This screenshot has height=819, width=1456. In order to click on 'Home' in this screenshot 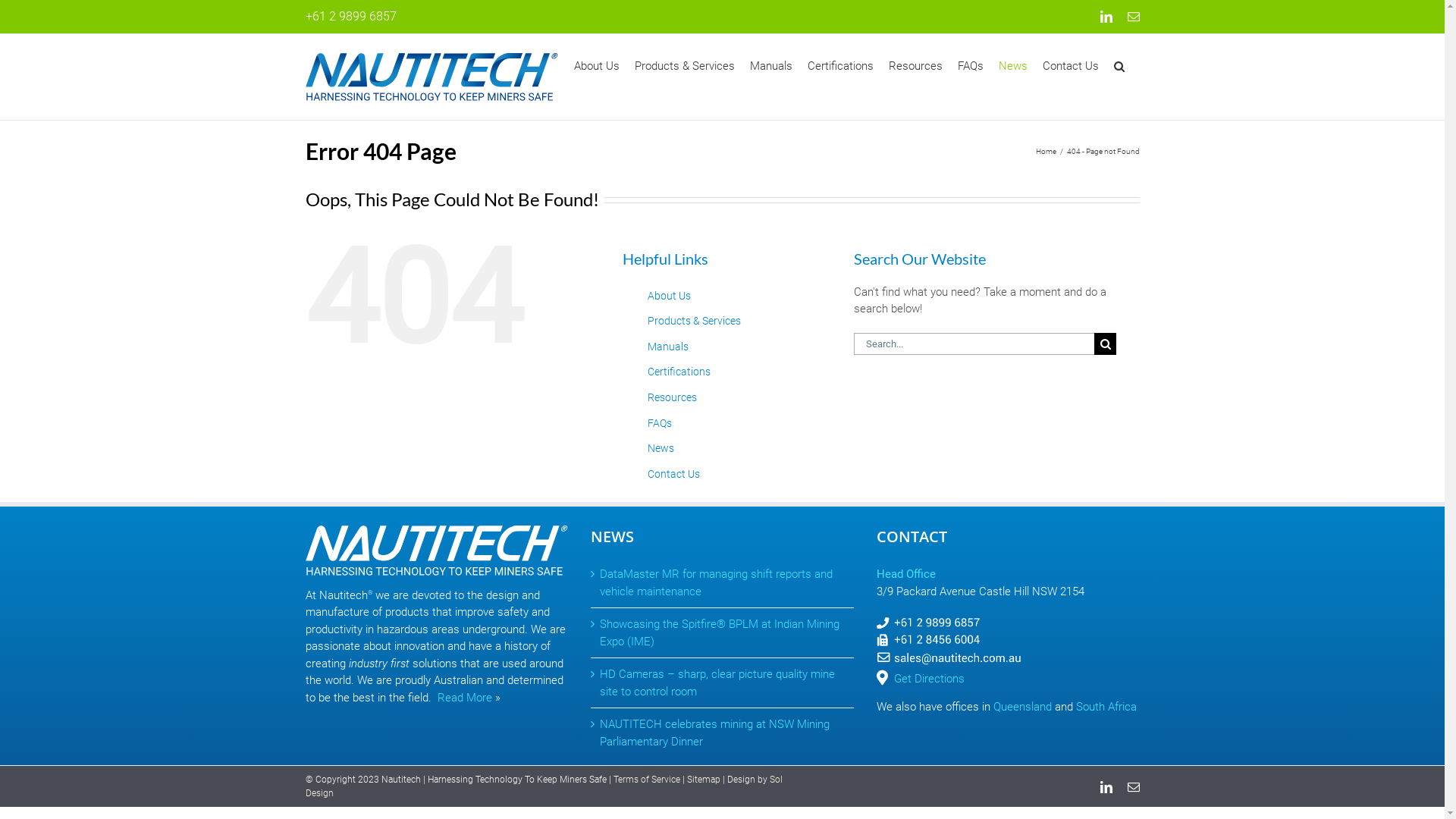, I will do `click(1045, 151)`.